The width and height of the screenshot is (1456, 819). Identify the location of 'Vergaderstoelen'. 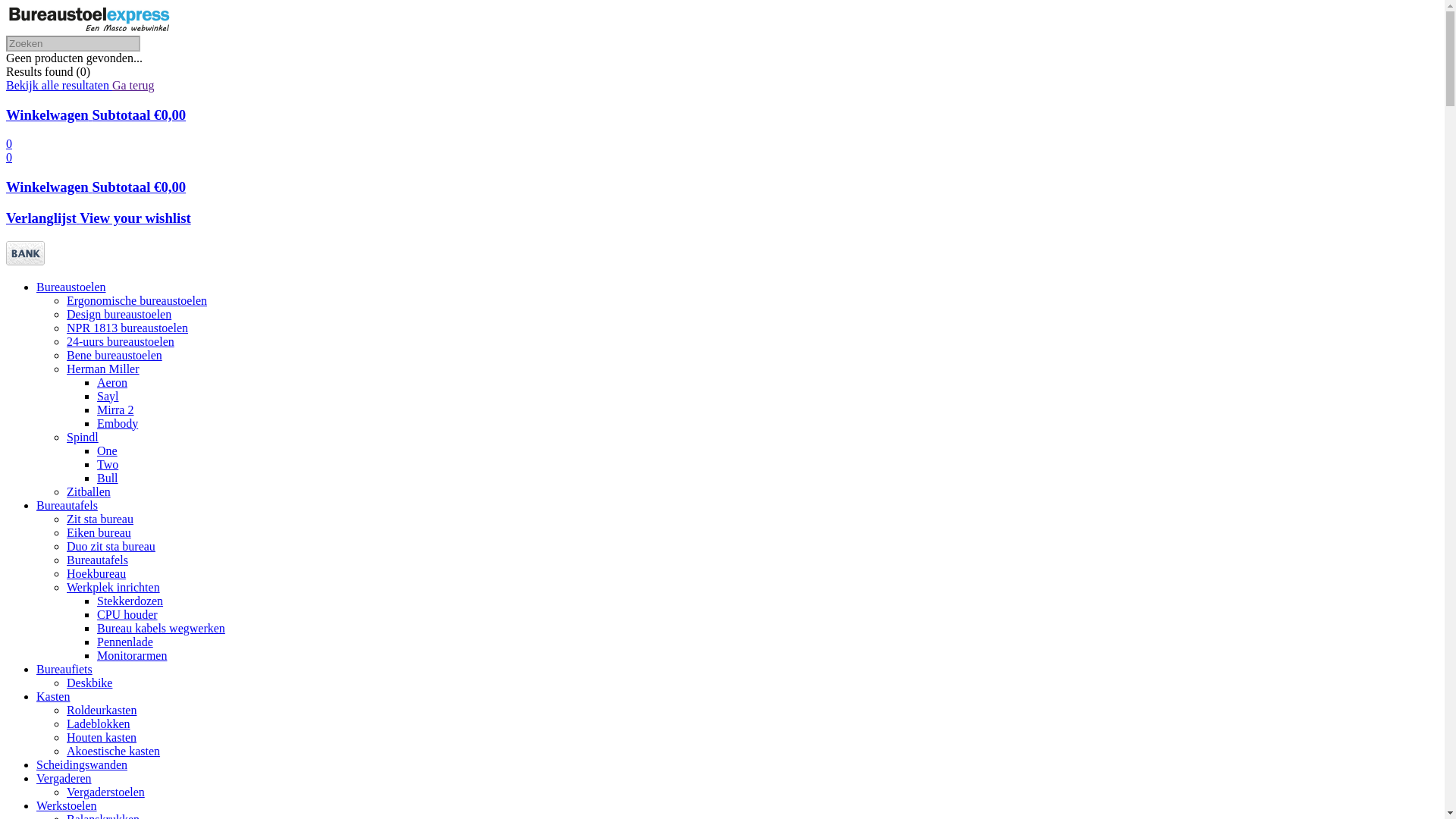
(105, 791).